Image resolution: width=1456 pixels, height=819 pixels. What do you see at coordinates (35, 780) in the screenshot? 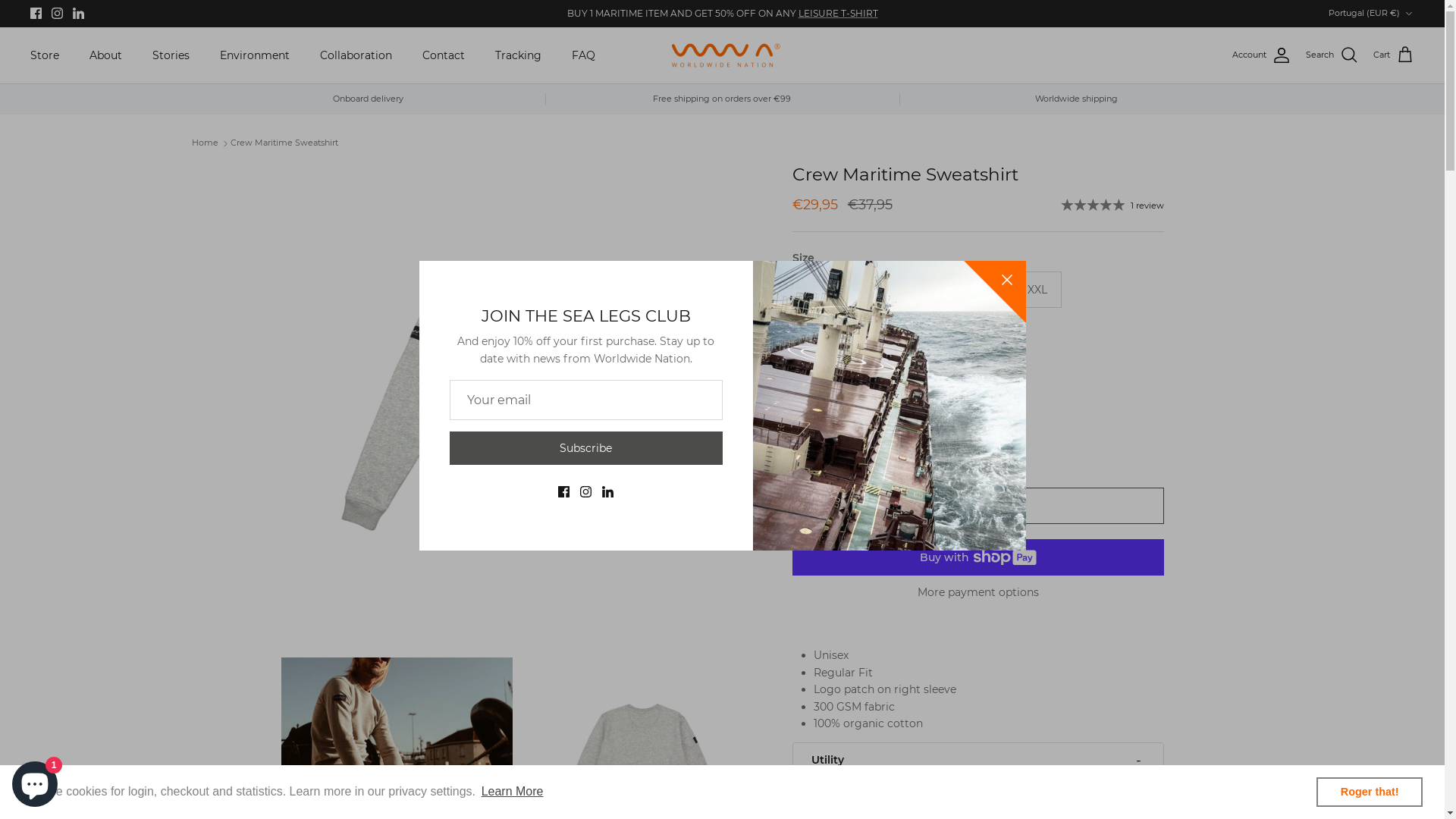
I see `'Shopify online store chat'` at bounding box center [35, 780].